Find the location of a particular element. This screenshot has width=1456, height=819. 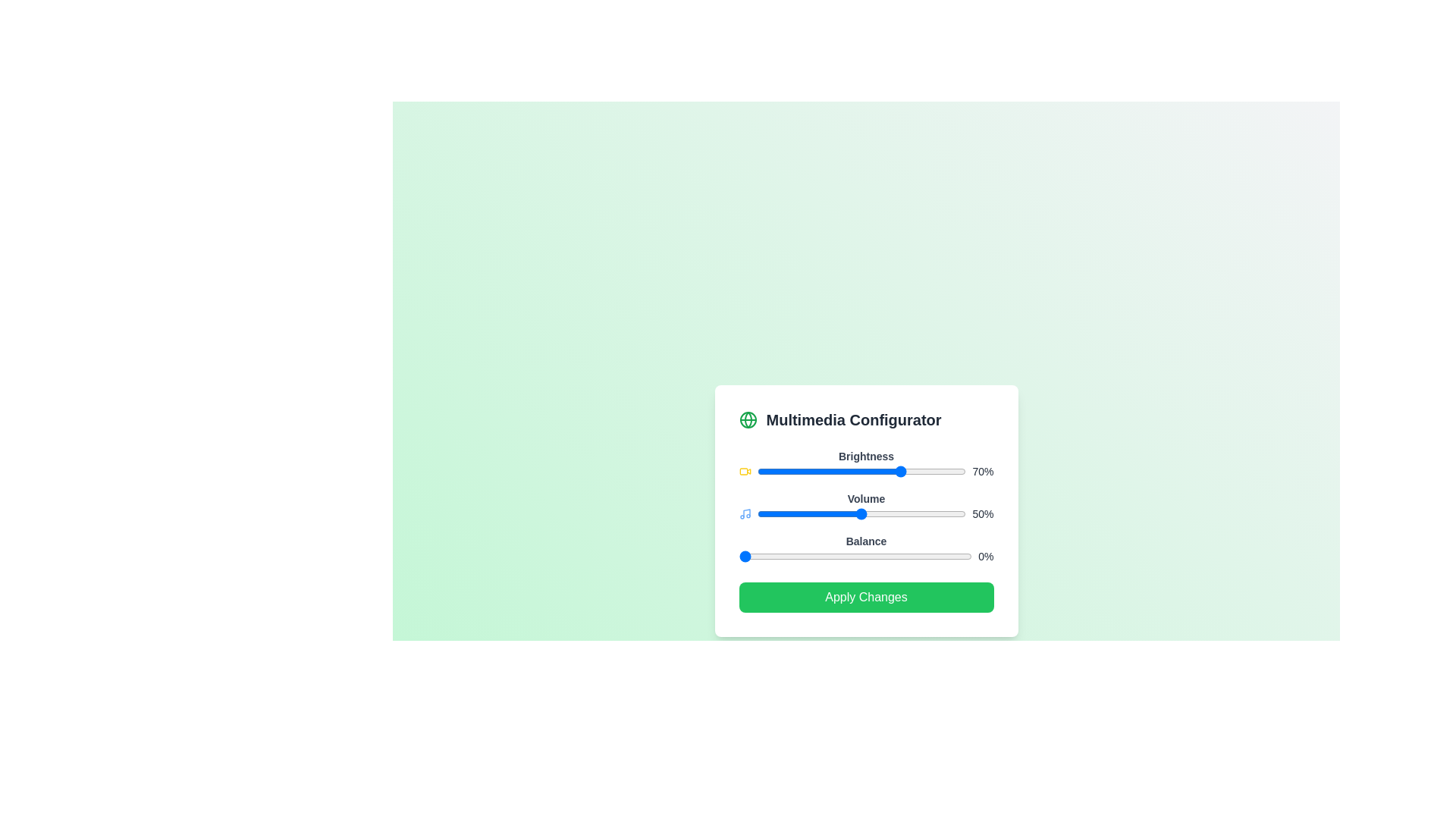

the brightness slider to 35% is located at coordinates (830, 470).